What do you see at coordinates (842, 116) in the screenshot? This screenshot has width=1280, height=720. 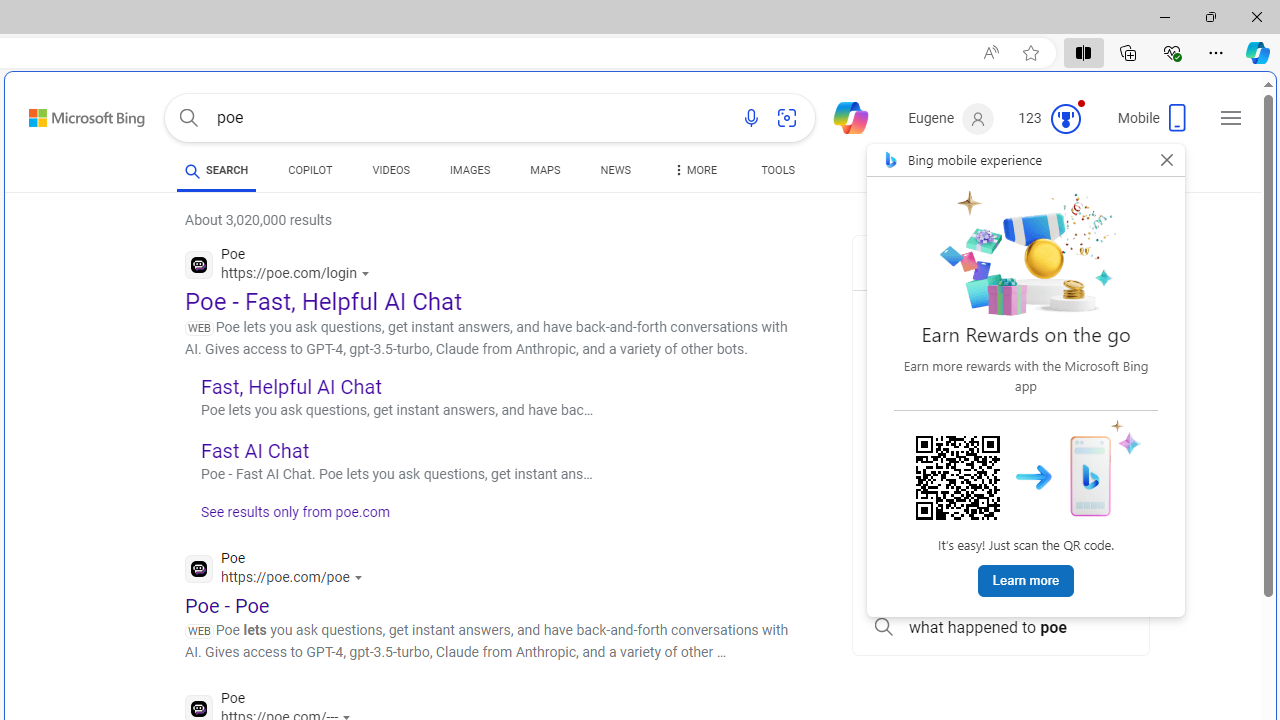 I see `'Chat'` at bounding box center [842, 116].